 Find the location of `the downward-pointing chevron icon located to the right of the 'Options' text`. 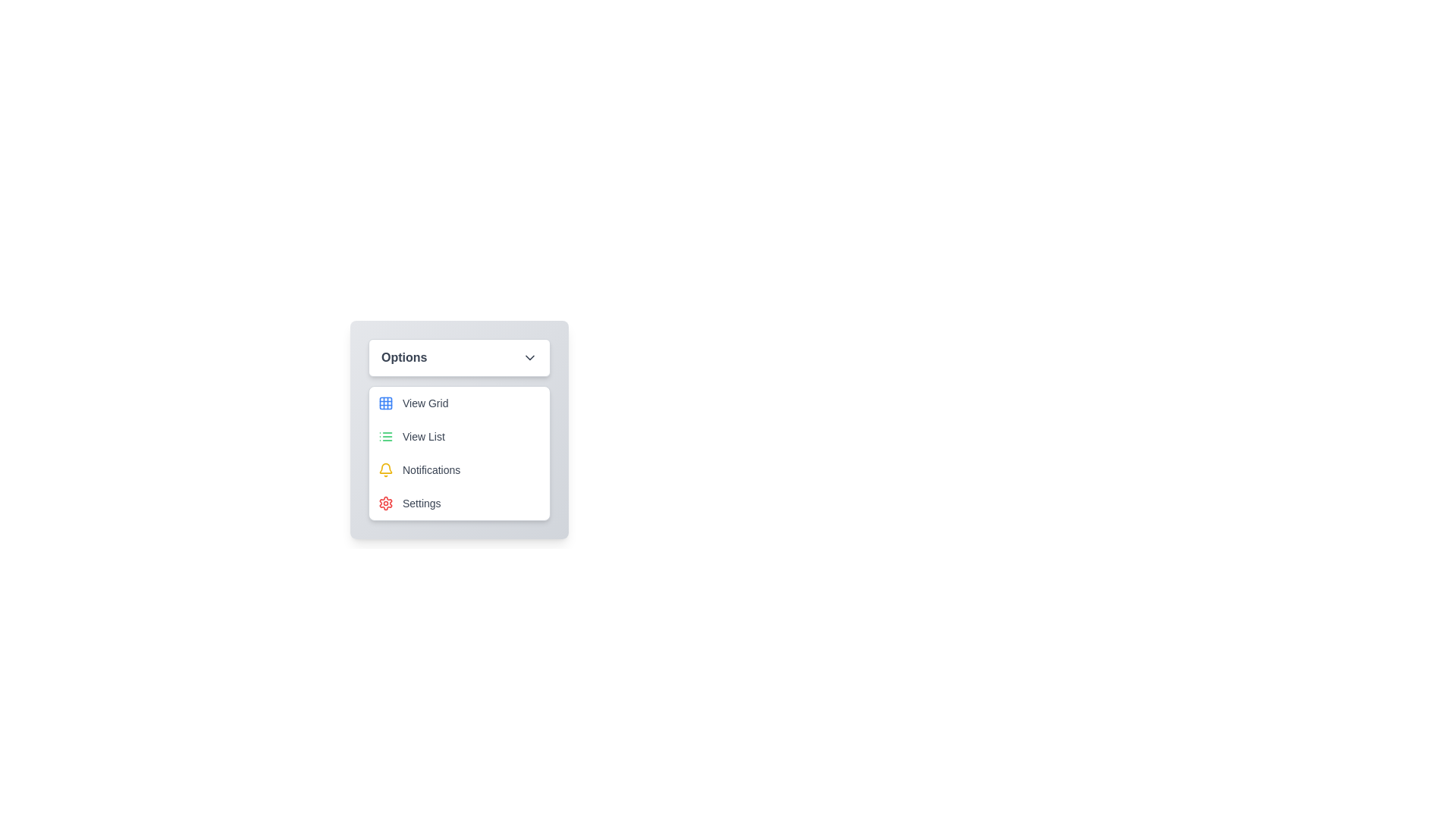

the downward-pointing chevron icon located to the right of the 'Options' text is located at coordinates (530, 357).